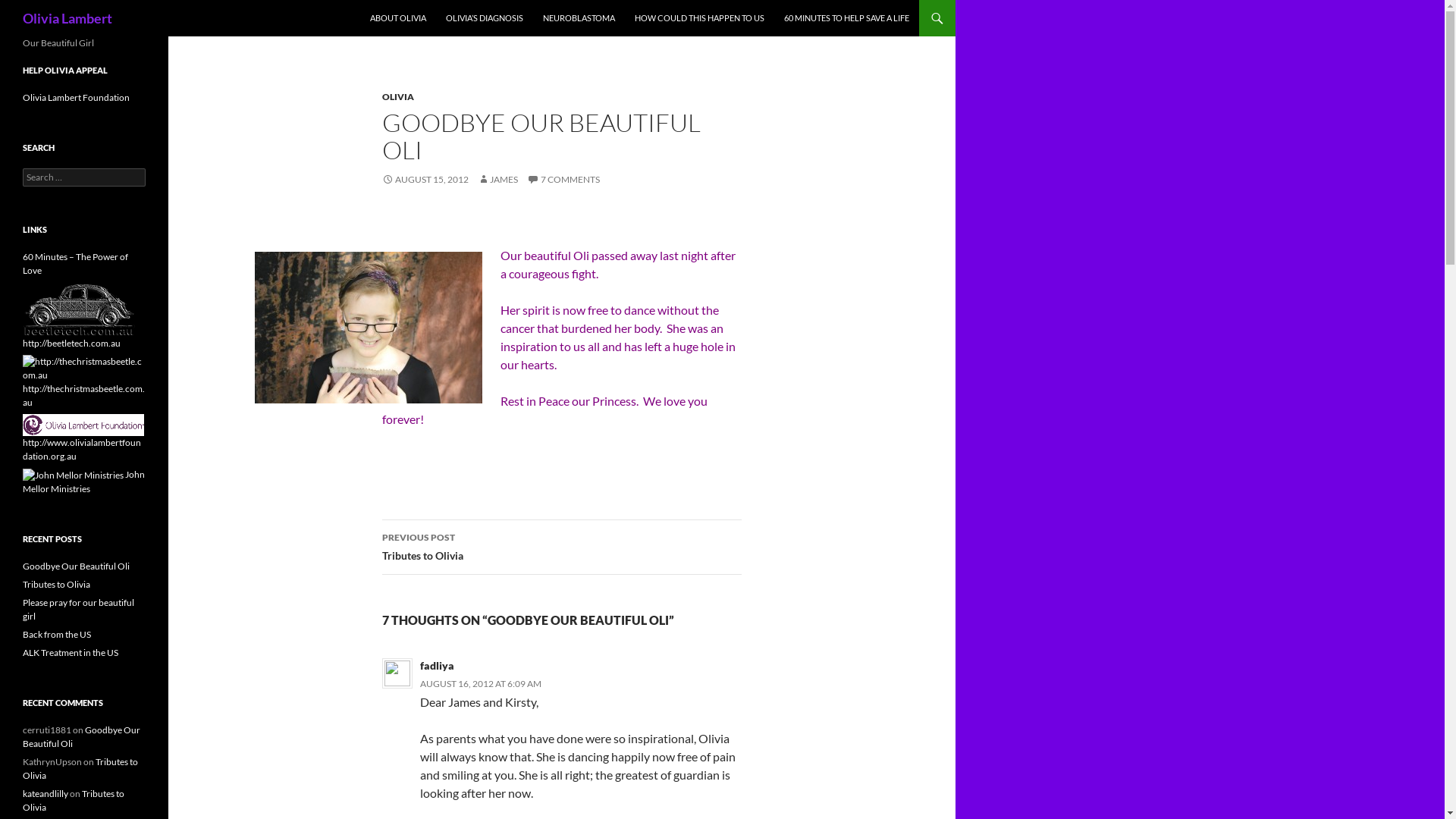 This screenshot has width=1456, height=819. What do you see at coordinates (419, 683) in the screenshot?
I see `'AUGUST 16, 2012 AT 6:09 AM'` at bounding box center [419, 683].